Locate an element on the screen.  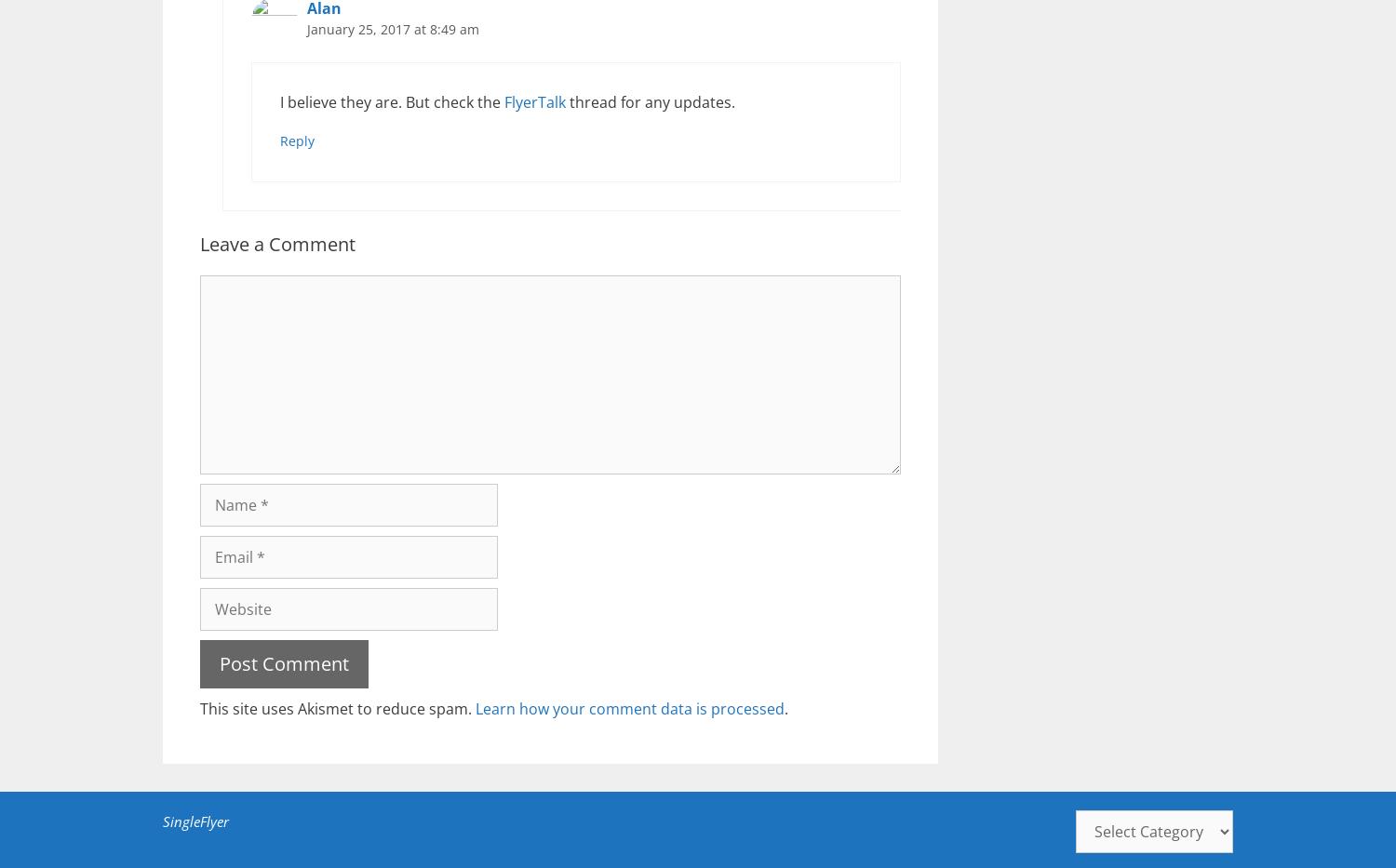
'Reply' is located at coordinates (280, 140).